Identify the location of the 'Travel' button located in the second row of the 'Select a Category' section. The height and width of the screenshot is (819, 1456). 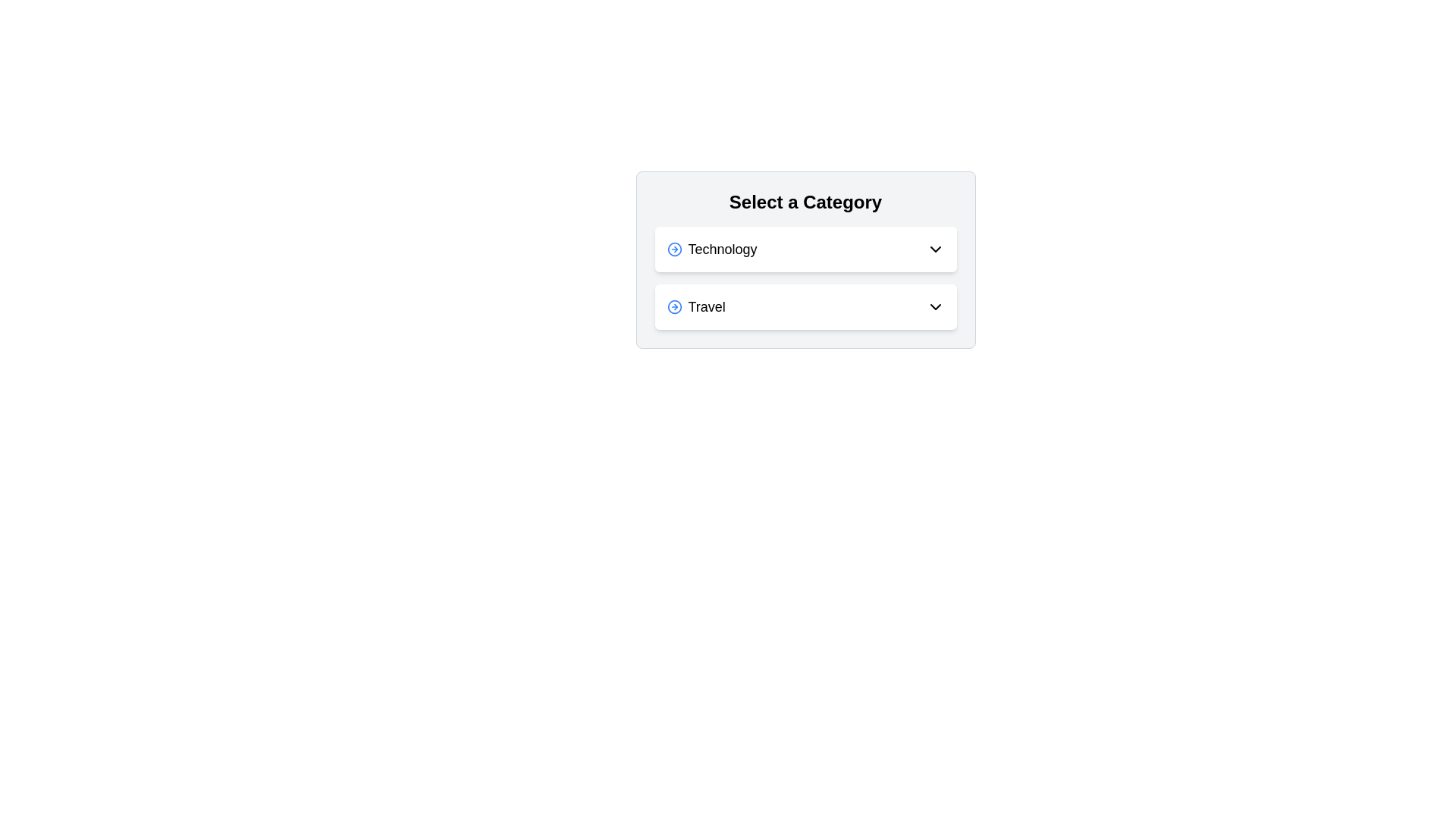
(805, 307).